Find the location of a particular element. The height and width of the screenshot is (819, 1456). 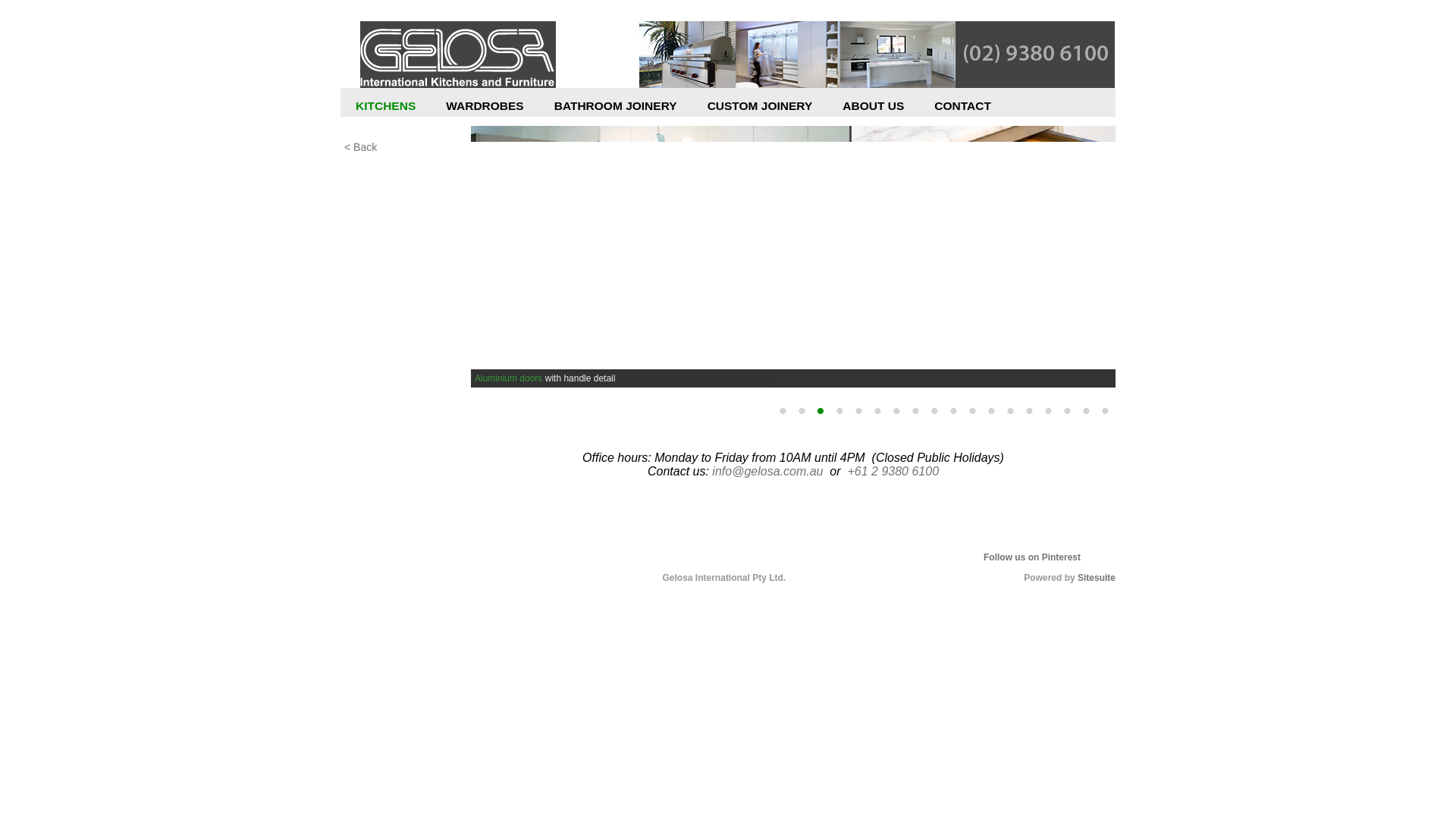

'Follow us on Pinterest' is located at coordinates (983, 557).